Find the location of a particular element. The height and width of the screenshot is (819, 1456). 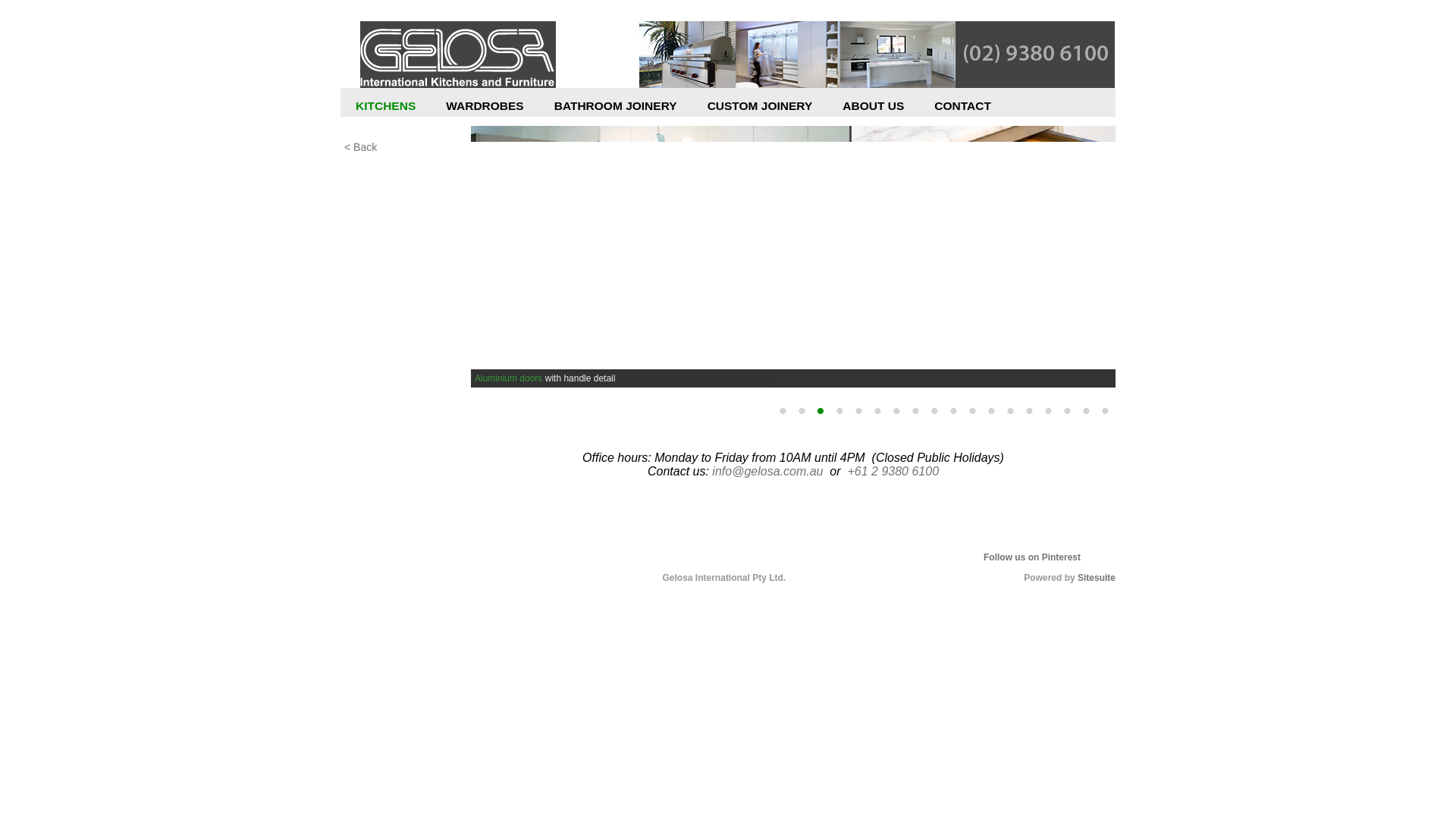

'Follow us on Pinterest' is located at coordinates (983, 557).